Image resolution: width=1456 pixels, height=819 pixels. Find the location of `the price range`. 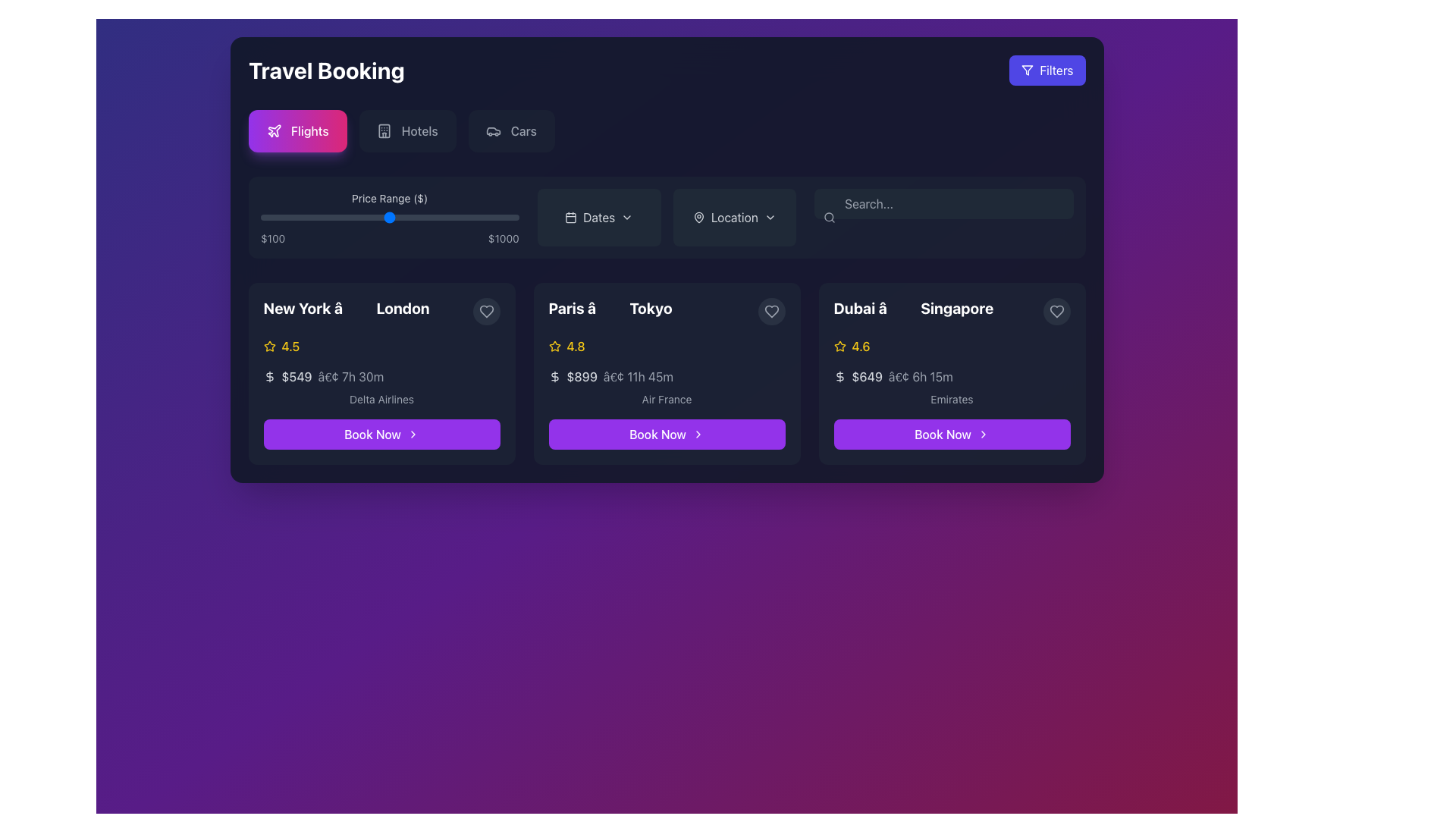

the price range is located at coordinates (431, 217).